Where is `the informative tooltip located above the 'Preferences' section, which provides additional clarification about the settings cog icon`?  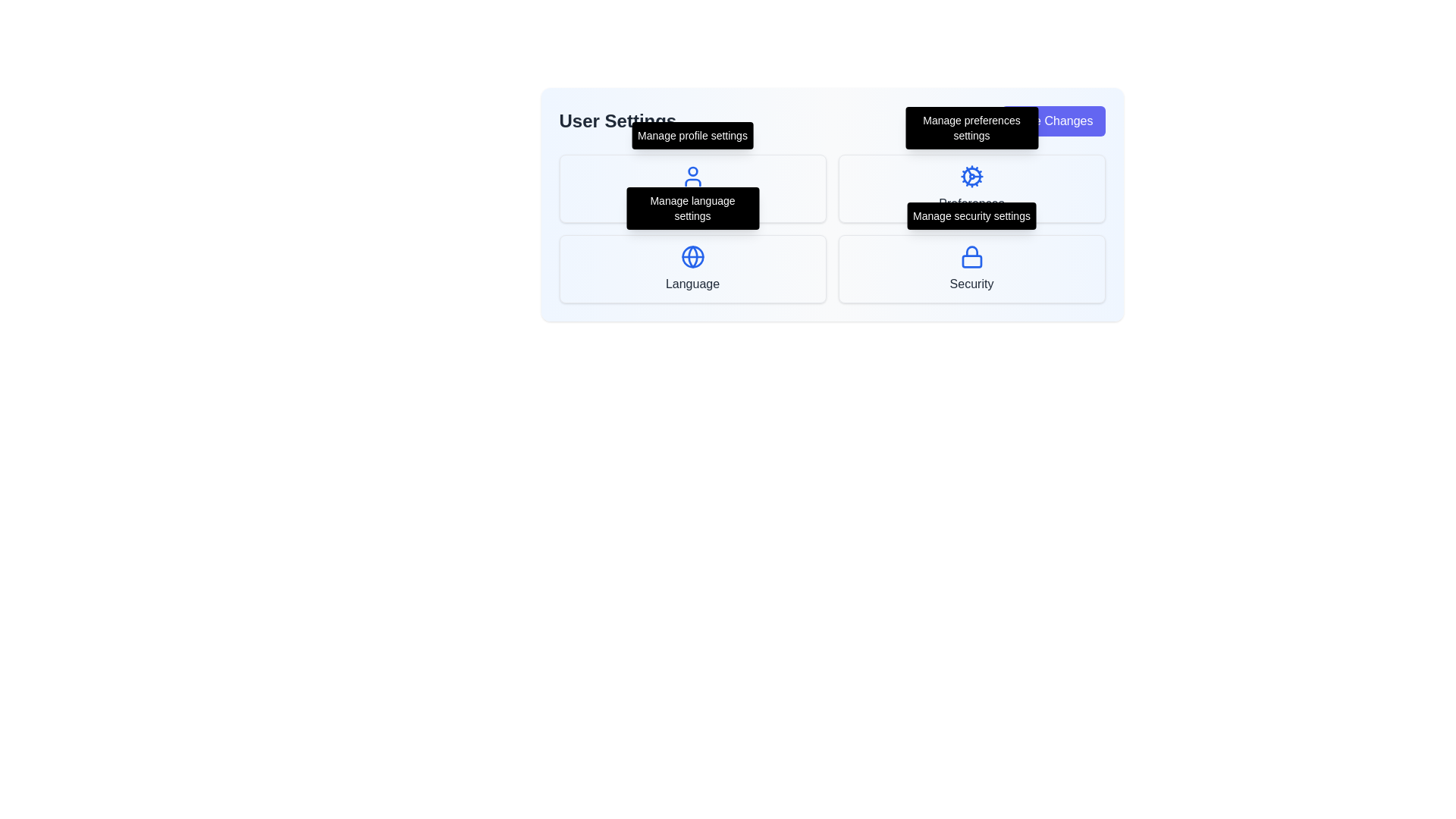
the informative tooltip located above the 'Preferences' section, which provides additional clarification about the settings cog icon is located at coordinates (971, 127).